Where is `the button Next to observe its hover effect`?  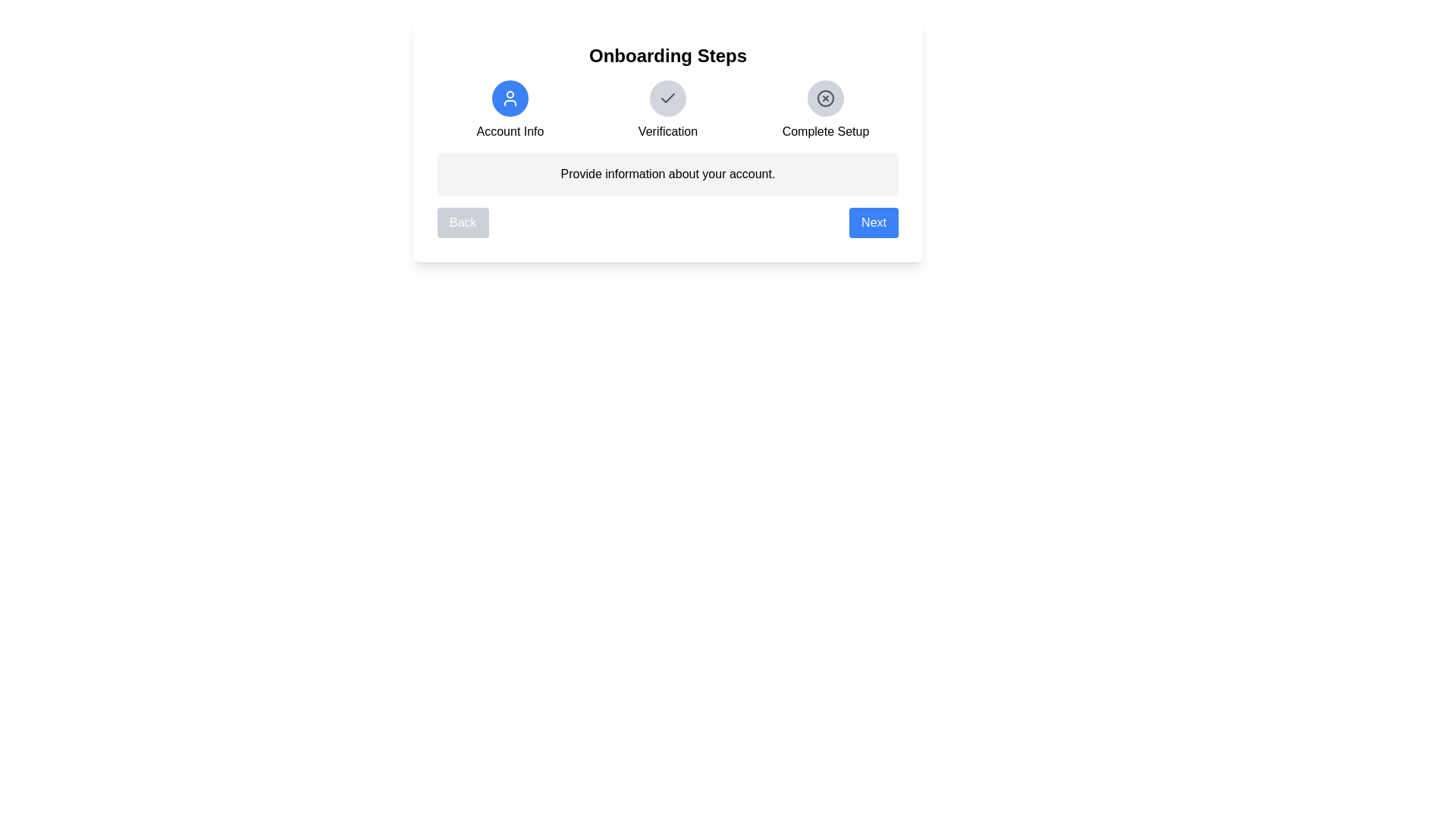 the button Next to observe its hover effect is located at coordinates (874, 222).